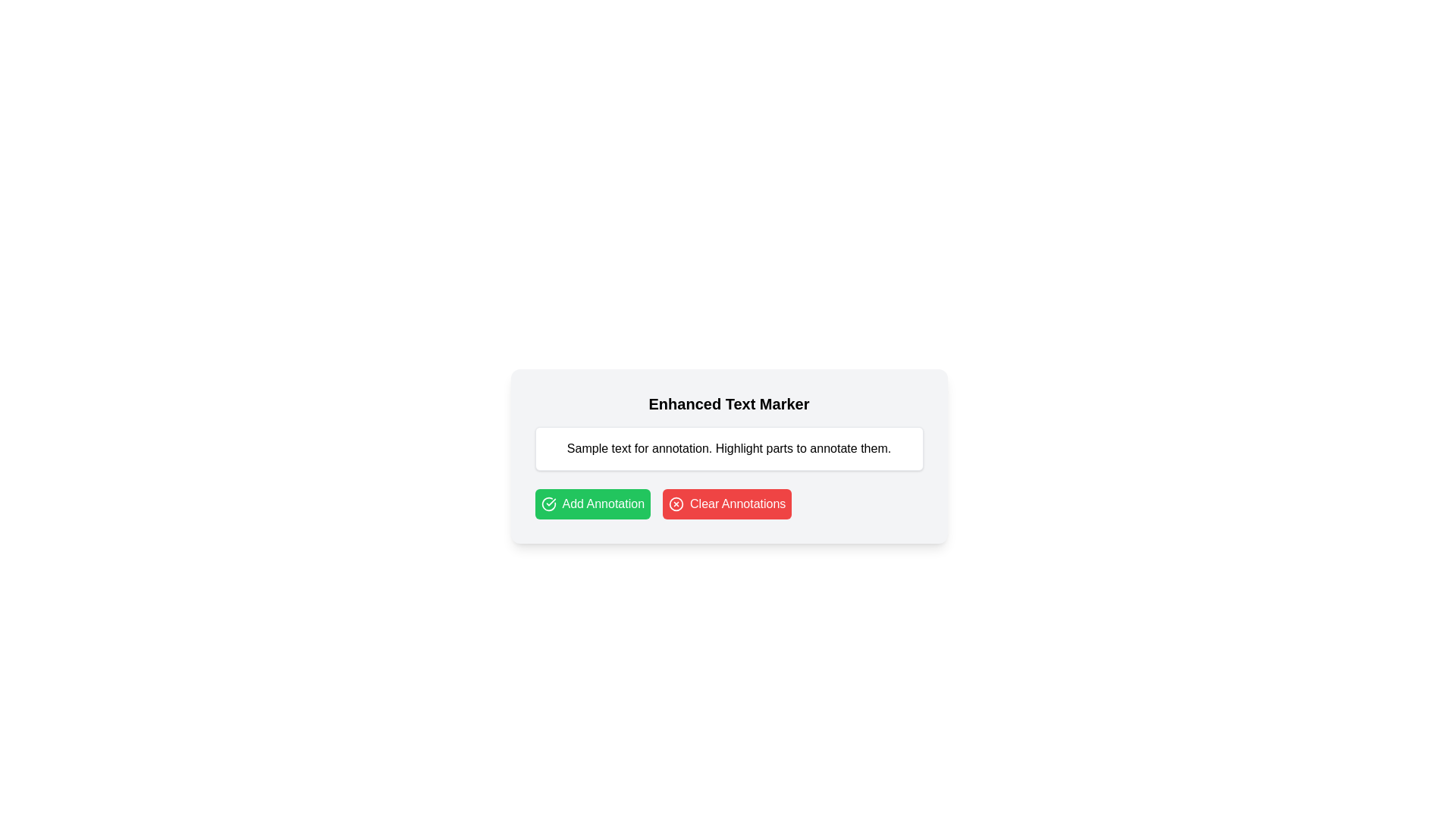 The height and width of the screenshot is (819, 1456). I want to click on the lowercase letter 'a' in the word 'Sample' within the sentence 'Sample text for annotation.', so click(578, 447).